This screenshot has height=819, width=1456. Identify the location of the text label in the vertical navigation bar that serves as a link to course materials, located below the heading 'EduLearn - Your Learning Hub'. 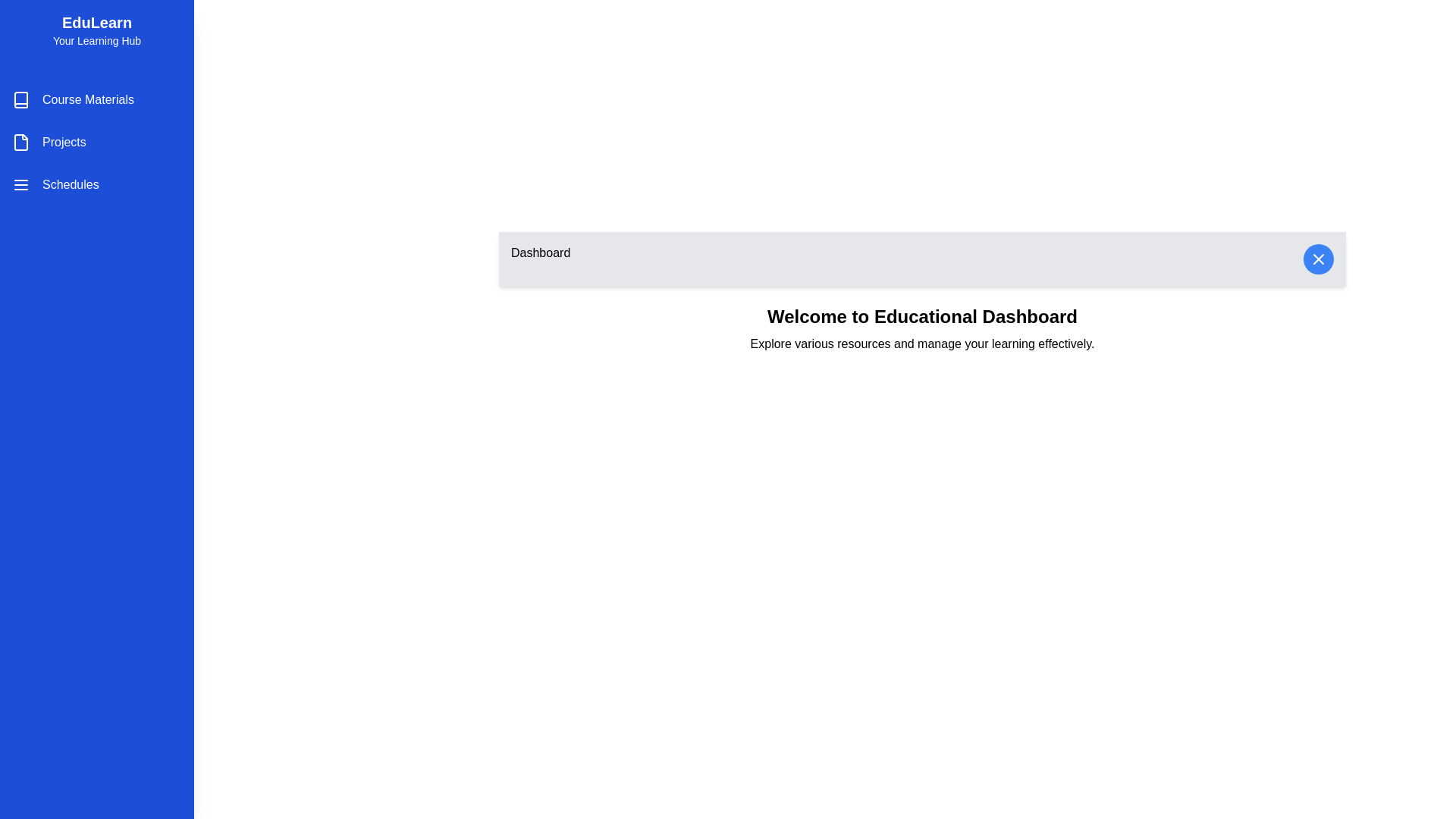
(87, 99).